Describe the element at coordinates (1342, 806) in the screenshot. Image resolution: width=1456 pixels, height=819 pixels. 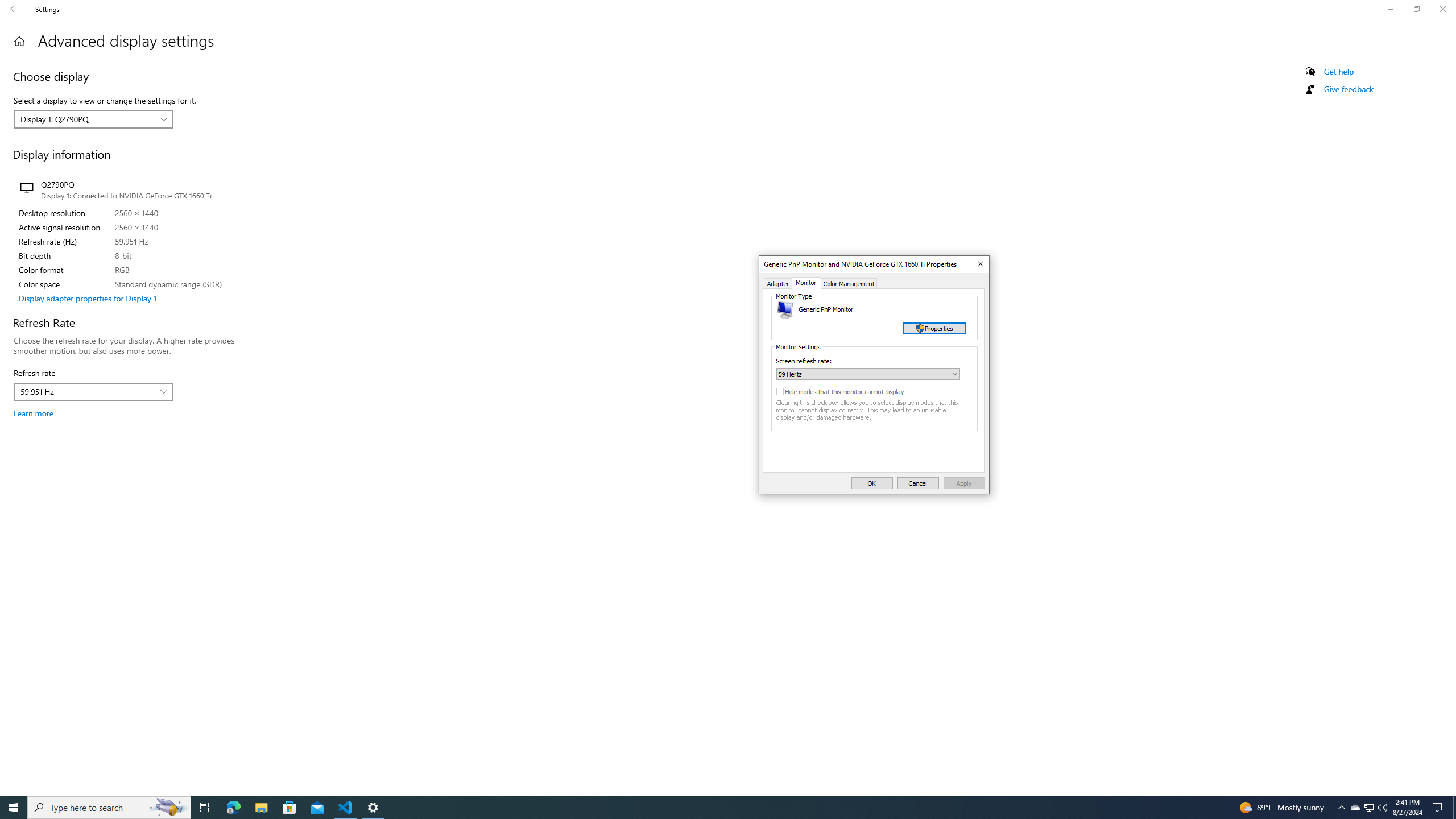
I see `'Notification Chevron'` at that location.